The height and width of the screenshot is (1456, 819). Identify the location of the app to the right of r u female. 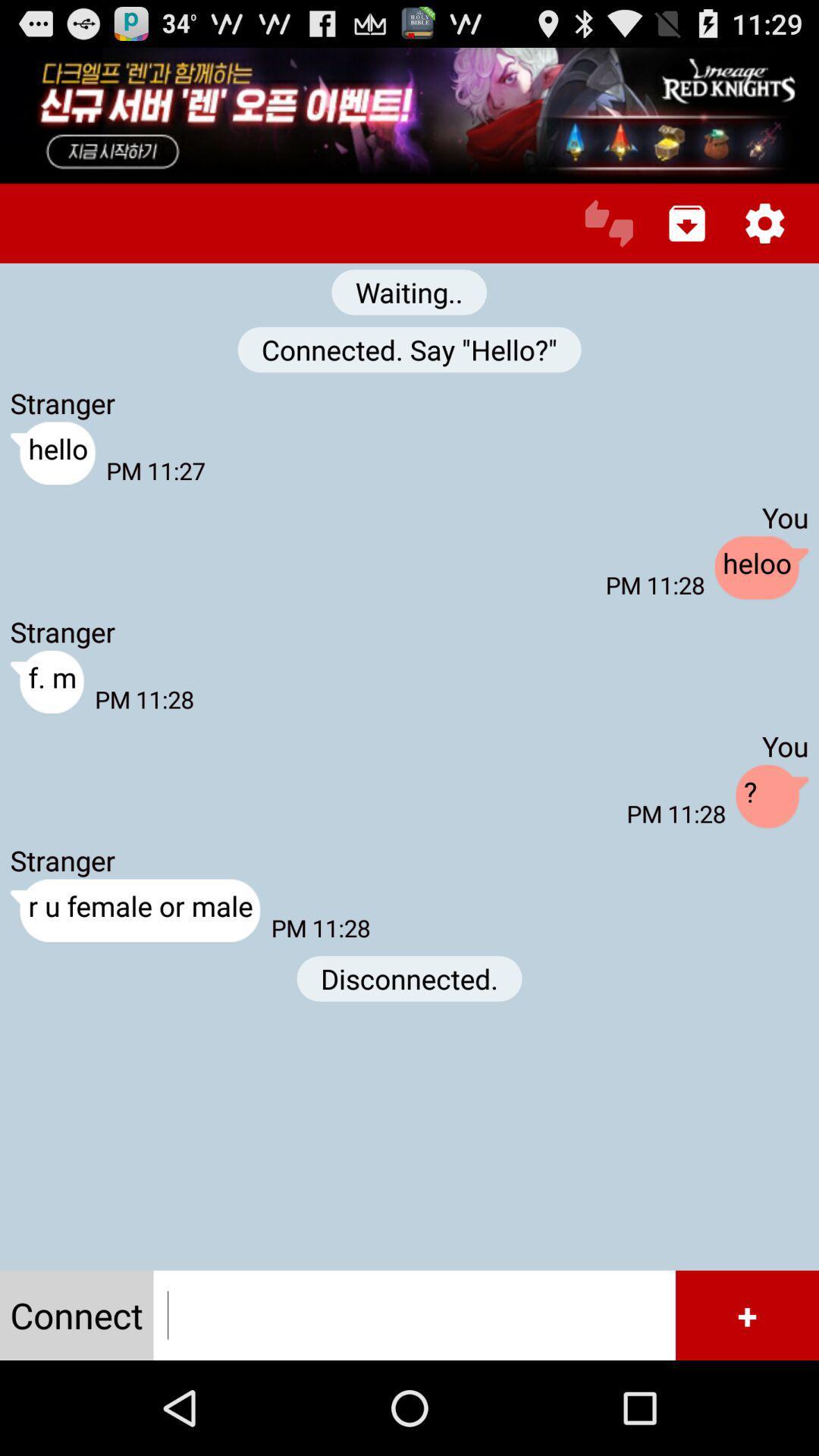
(409, 978).